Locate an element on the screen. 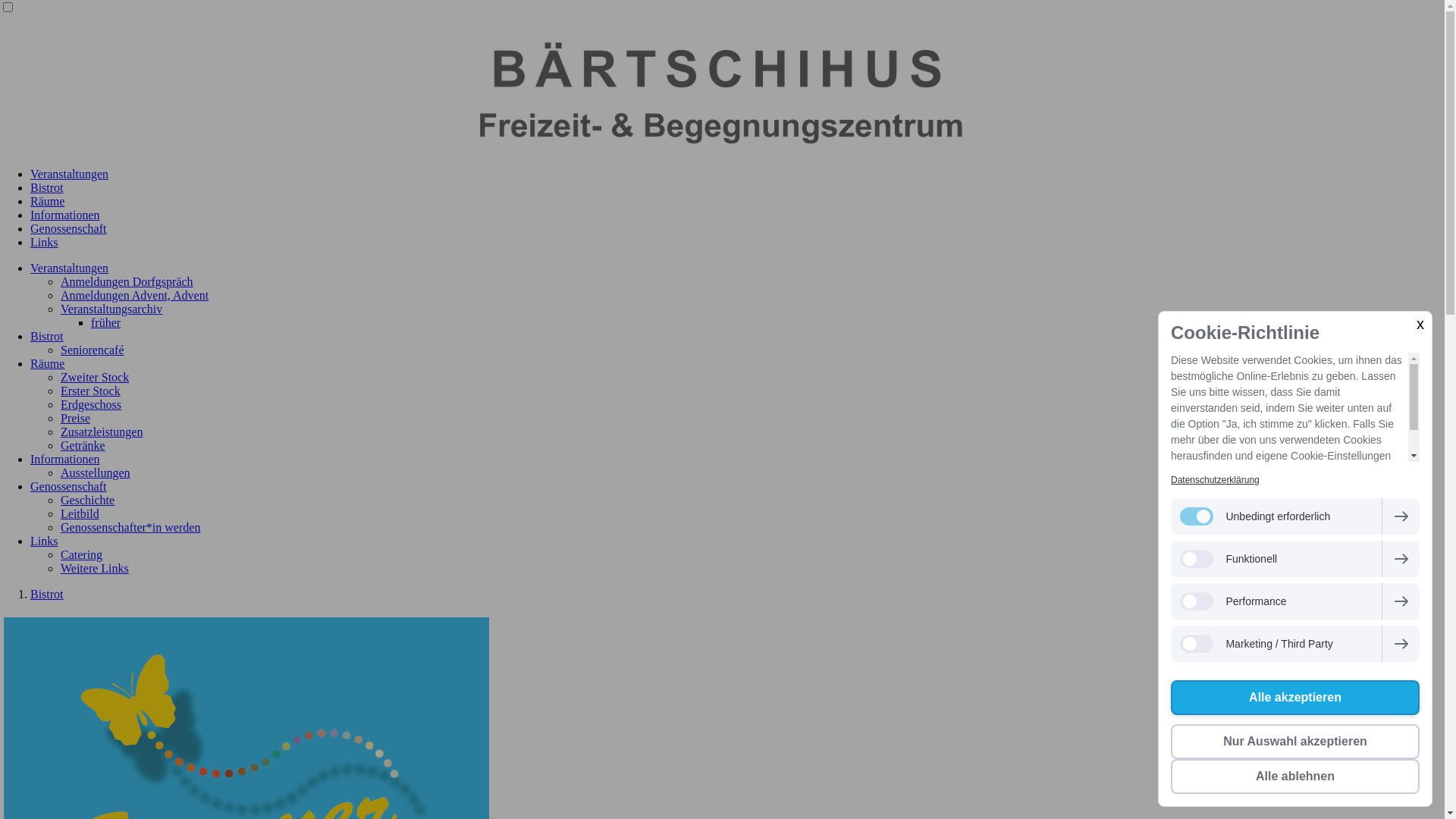  'Erster Stock' is located at coordinates (89, 390).